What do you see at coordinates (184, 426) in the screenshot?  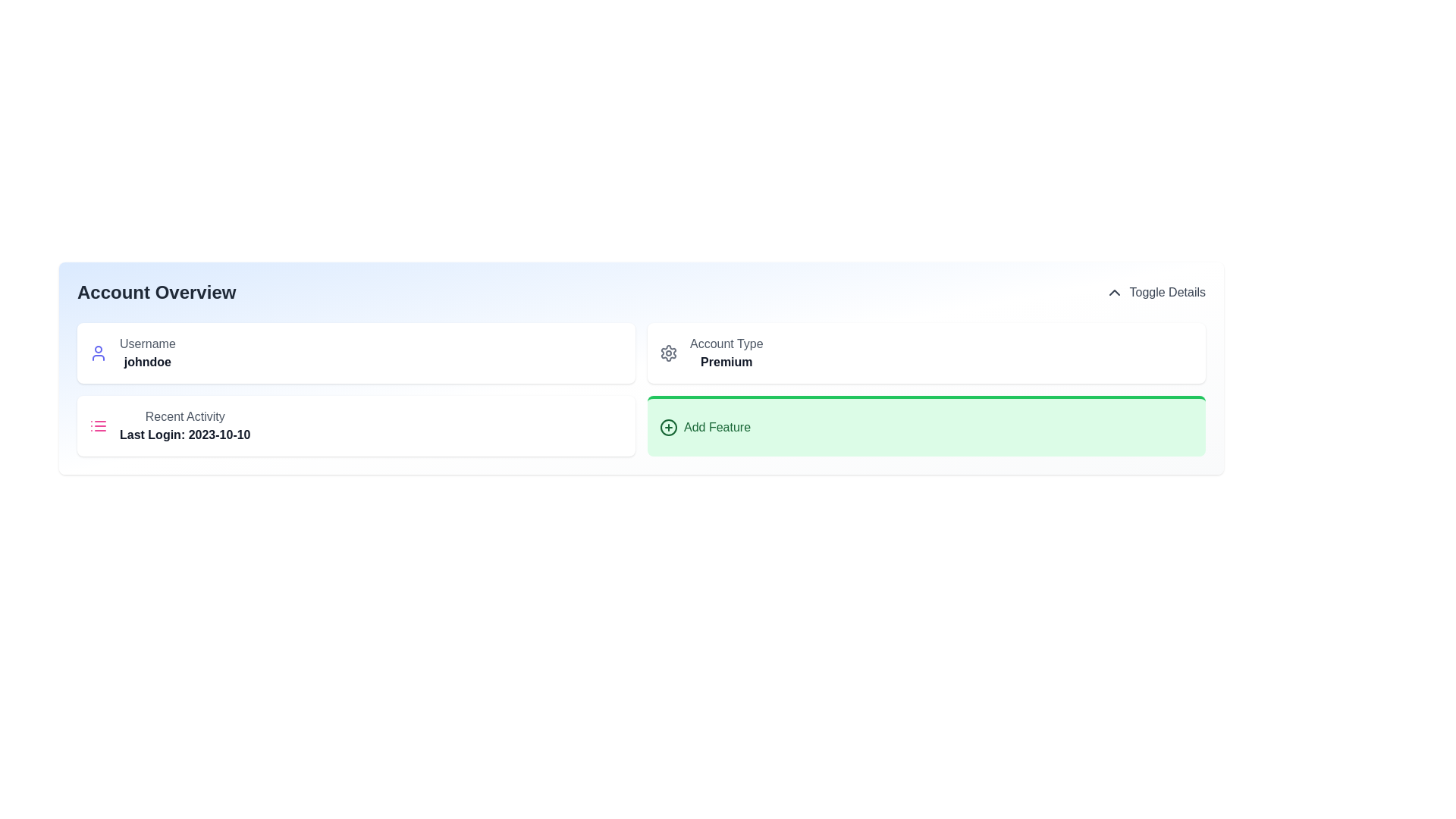 I see `the 'Recent Activity' text display element, which shows 'Recent Activity' and 'Last Login: 2023-10-10' in a card-like interface under the 'Username' field` at bounding box center [184, 426].